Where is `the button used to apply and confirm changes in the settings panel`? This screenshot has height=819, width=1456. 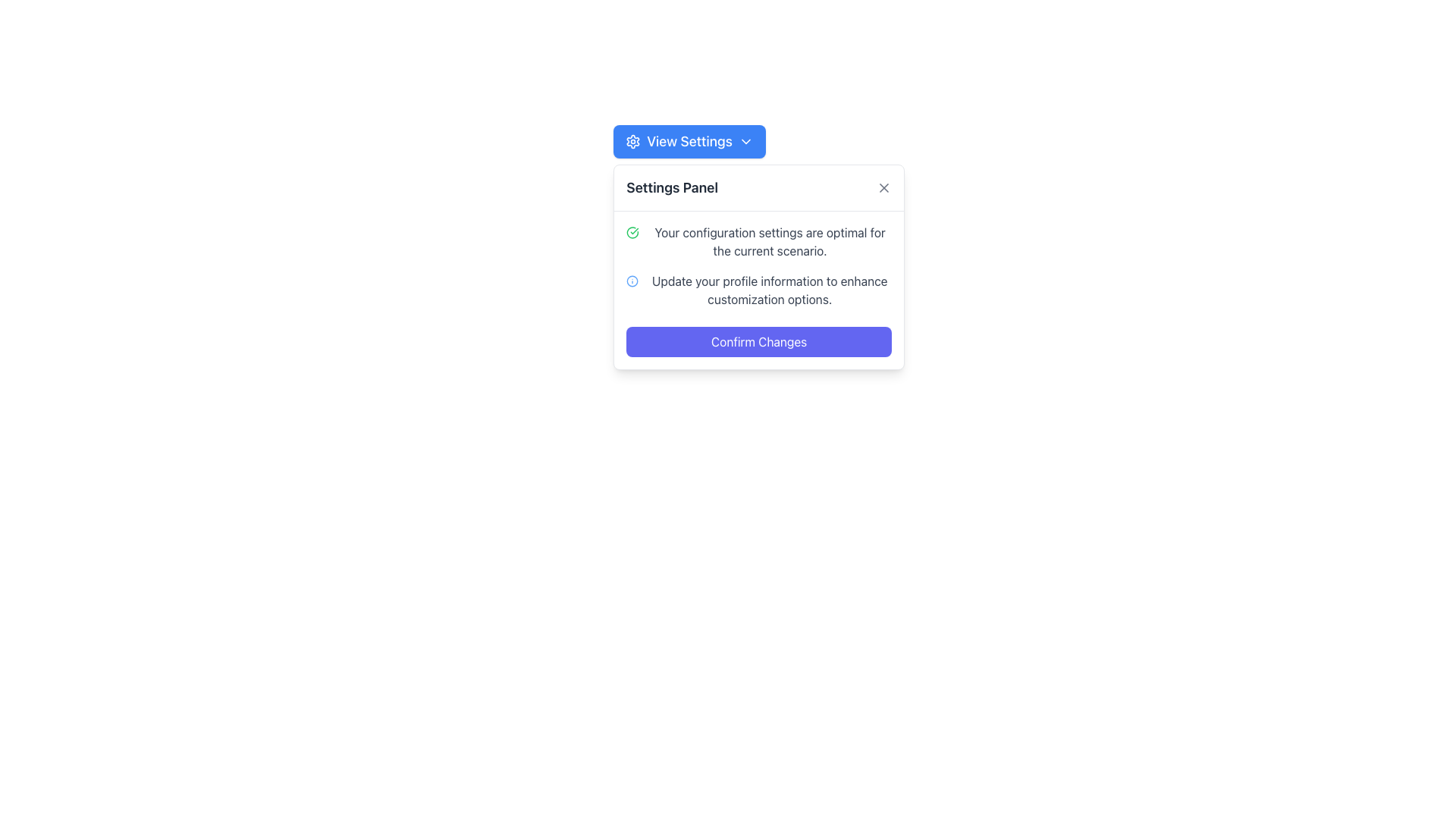 the button used to apply and confirm changes in the settings panel is located at coordinates (759, 342).